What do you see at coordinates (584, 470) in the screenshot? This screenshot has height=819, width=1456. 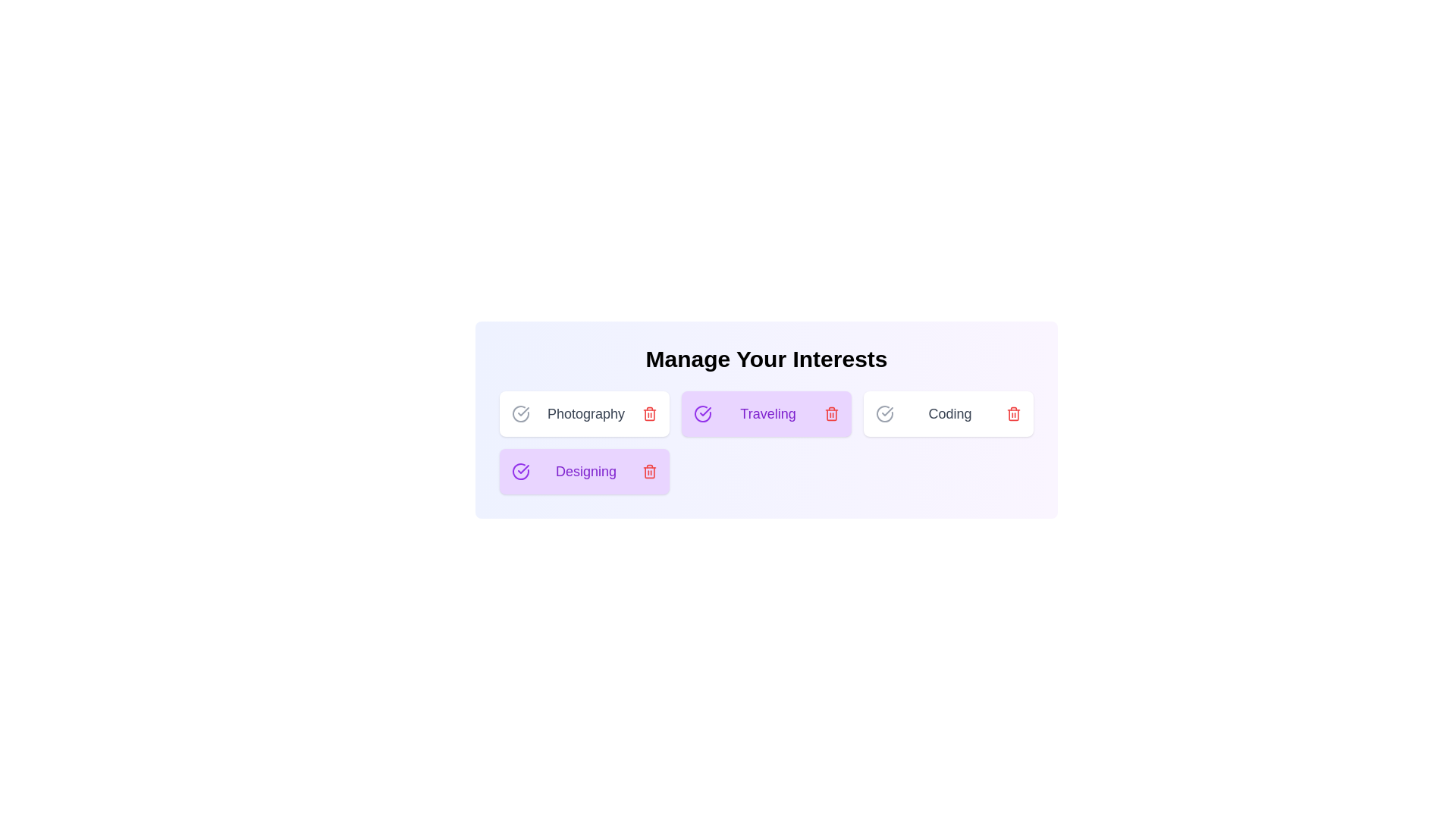 I see `the chip labeled Designing` at bounding box center [584, 470].